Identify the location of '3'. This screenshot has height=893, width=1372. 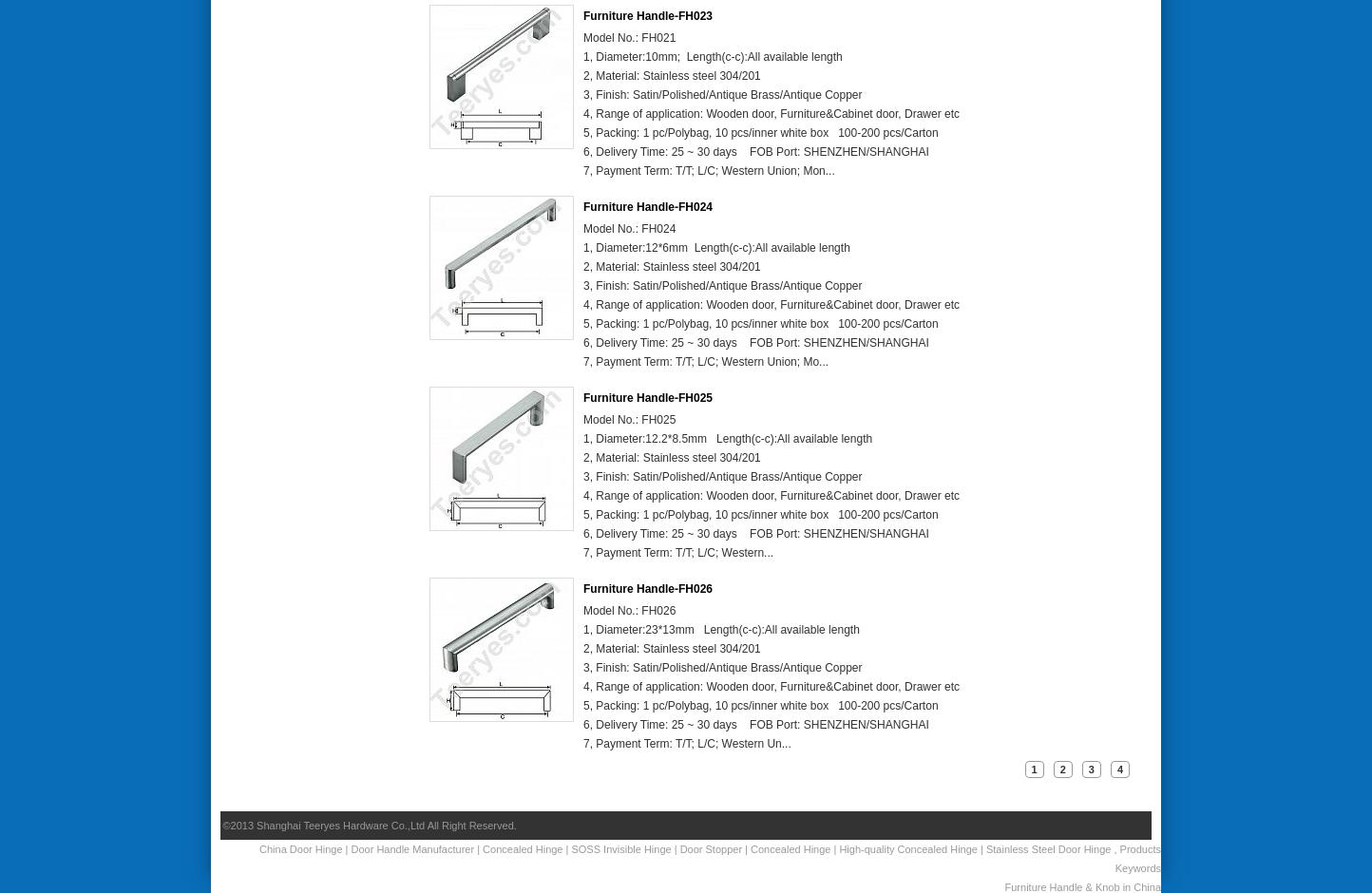
(1089, 769).